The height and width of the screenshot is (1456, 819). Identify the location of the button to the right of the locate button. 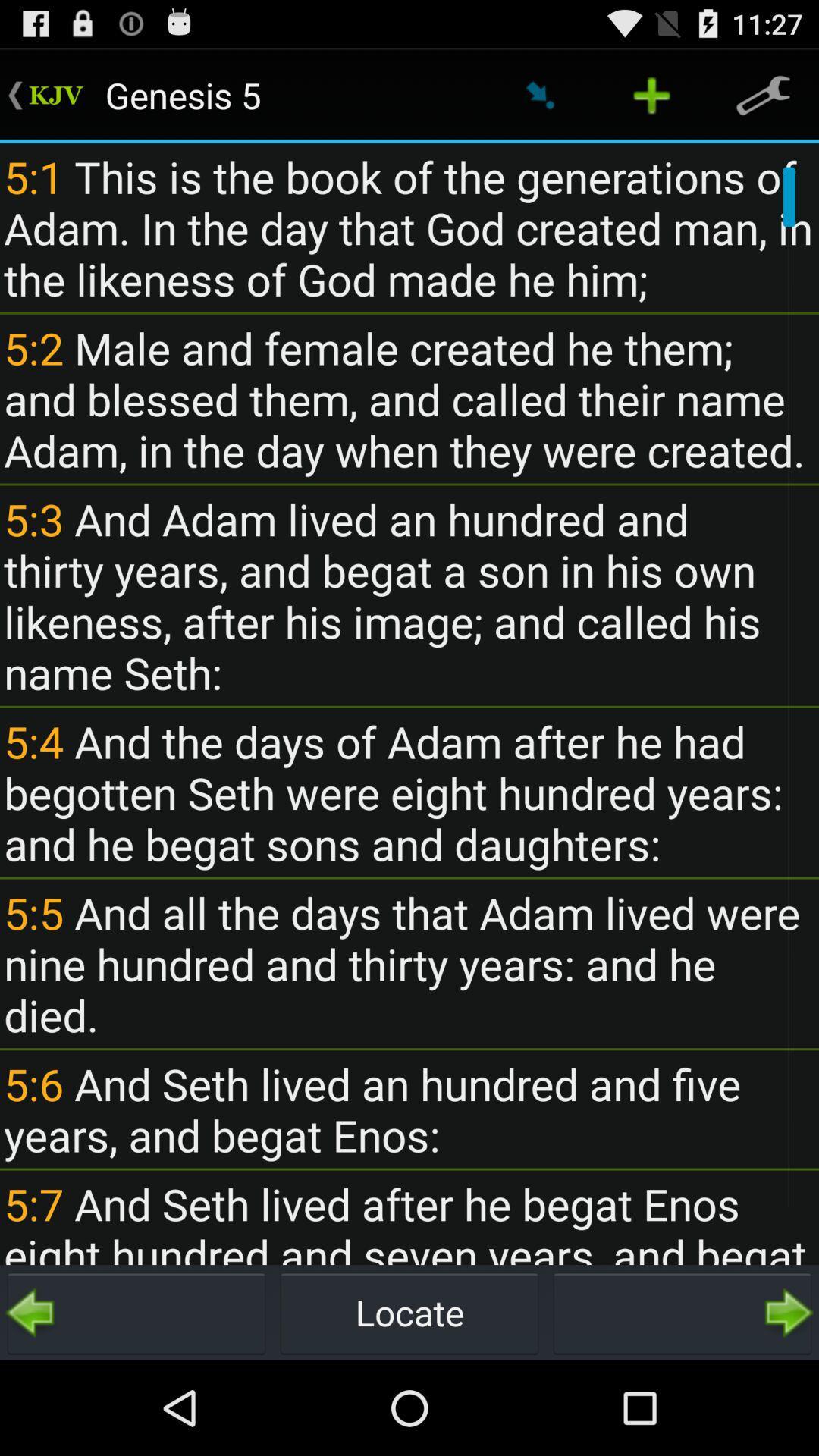
(681, 1312).